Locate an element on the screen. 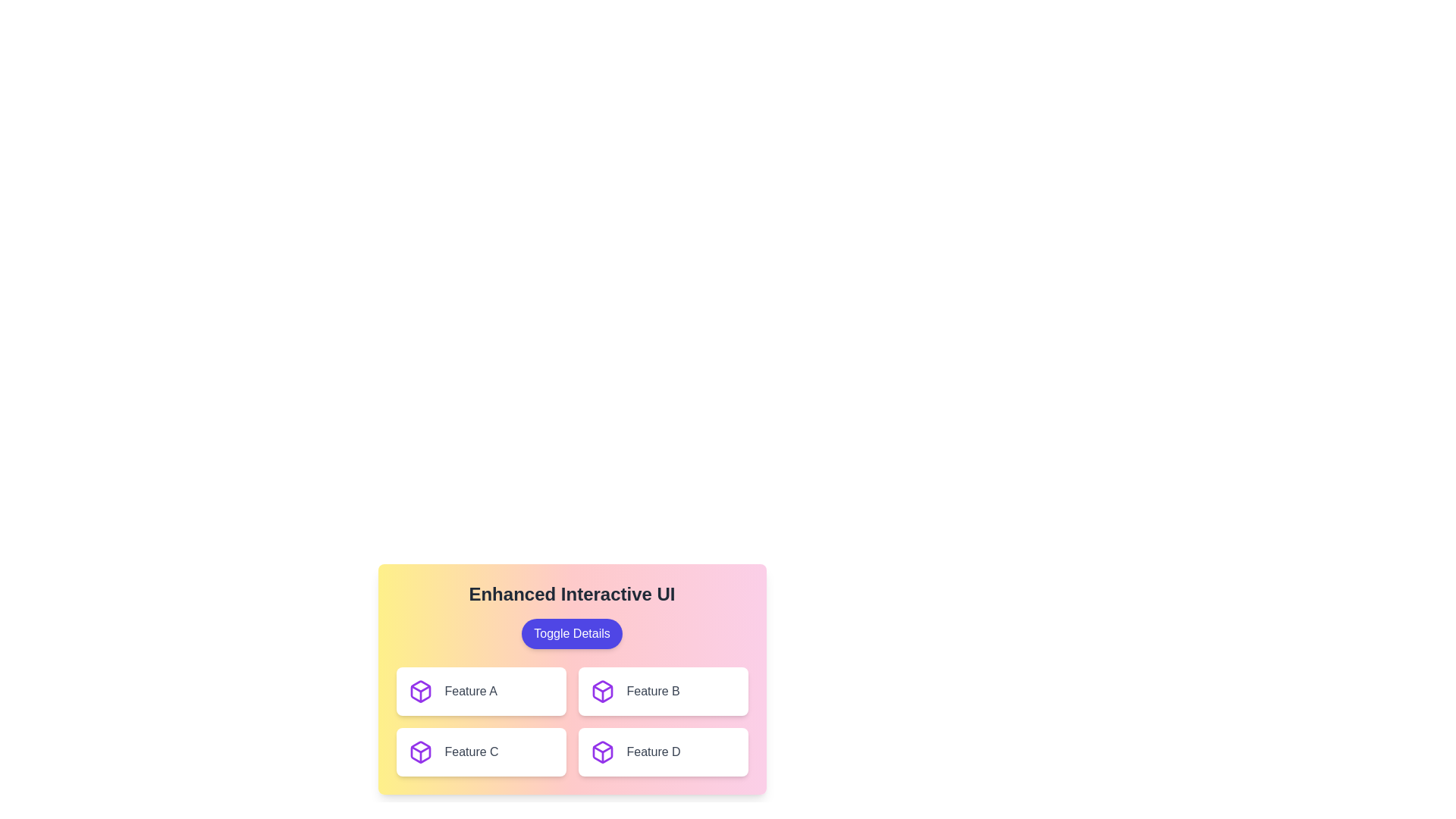 The image size is (1456, 819). the Text label that identifies the feature associated with the purple box icon, positioned in the second column, first row of a 2x2 grid layout is located at coordinates (653, 691).